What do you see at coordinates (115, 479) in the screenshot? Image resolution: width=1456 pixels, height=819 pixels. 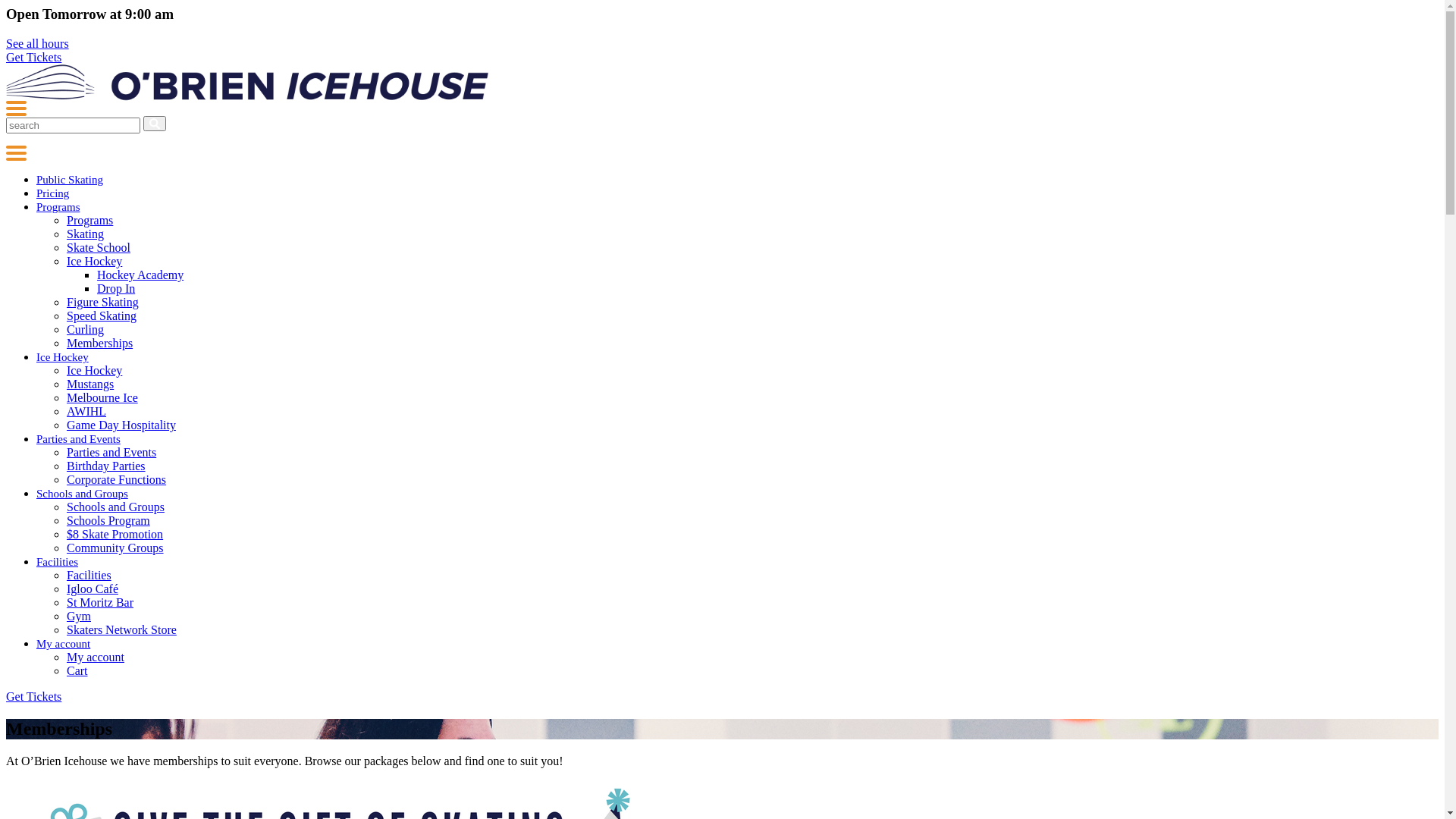 I see `'Corporate Functions'` at bounding box center [115, 479].